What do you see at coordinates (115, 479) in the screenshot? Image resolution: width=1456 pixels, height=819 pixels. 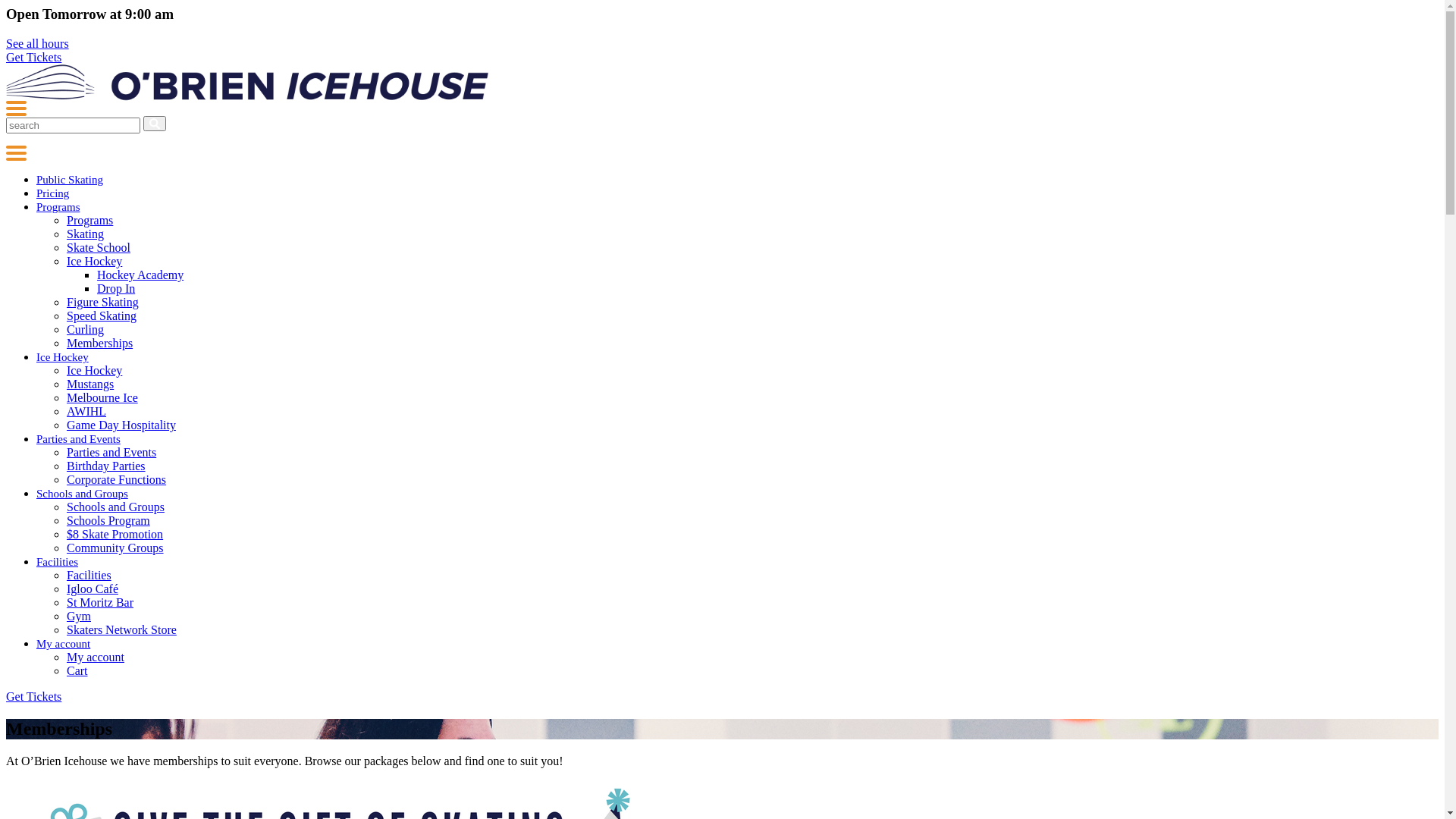 I see `'Corporate Functions'` at bounding box center [115, 479].